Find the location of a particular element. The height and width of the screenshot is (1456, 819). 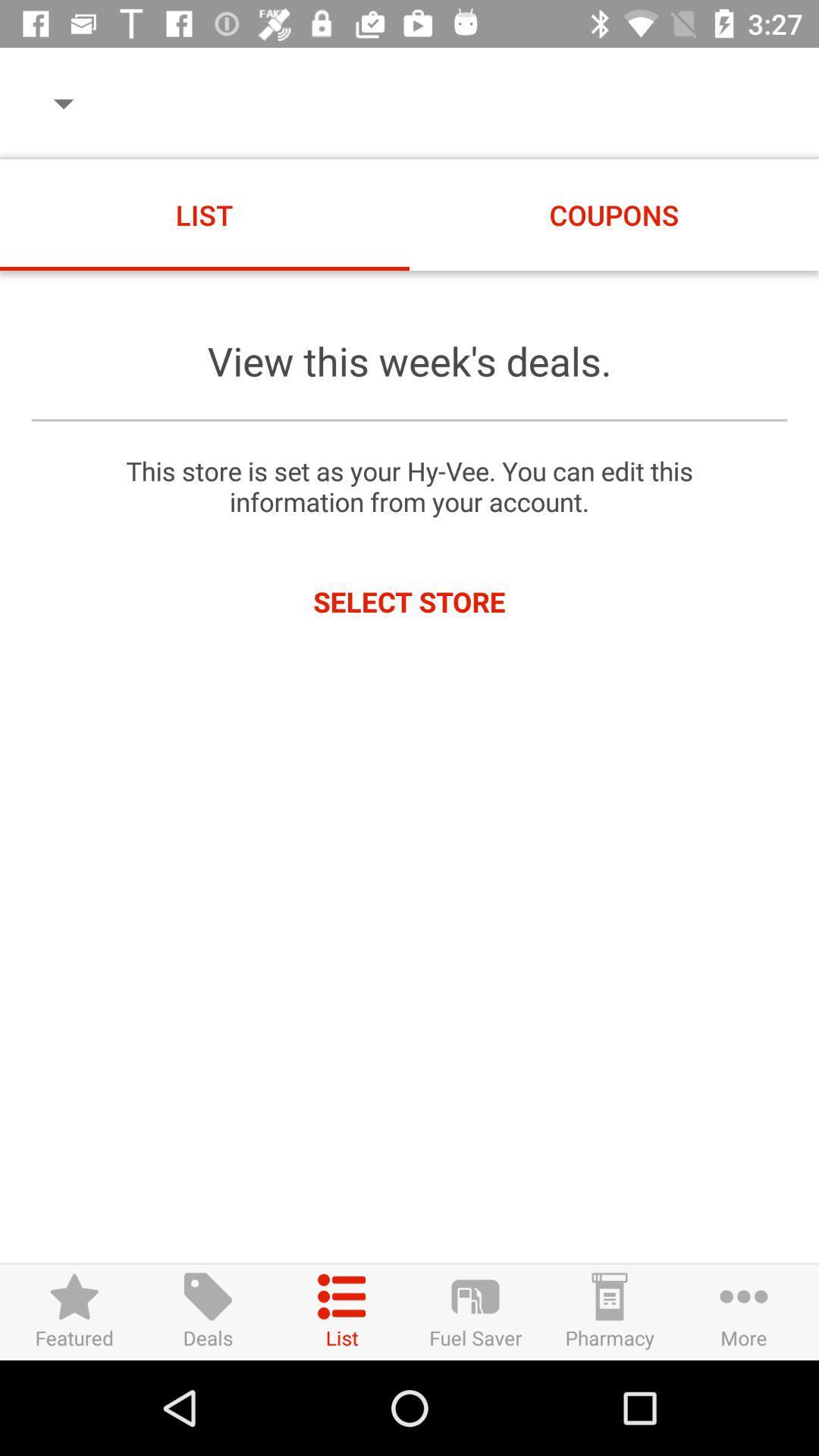

the more button is located at coordinates (743, 1311).